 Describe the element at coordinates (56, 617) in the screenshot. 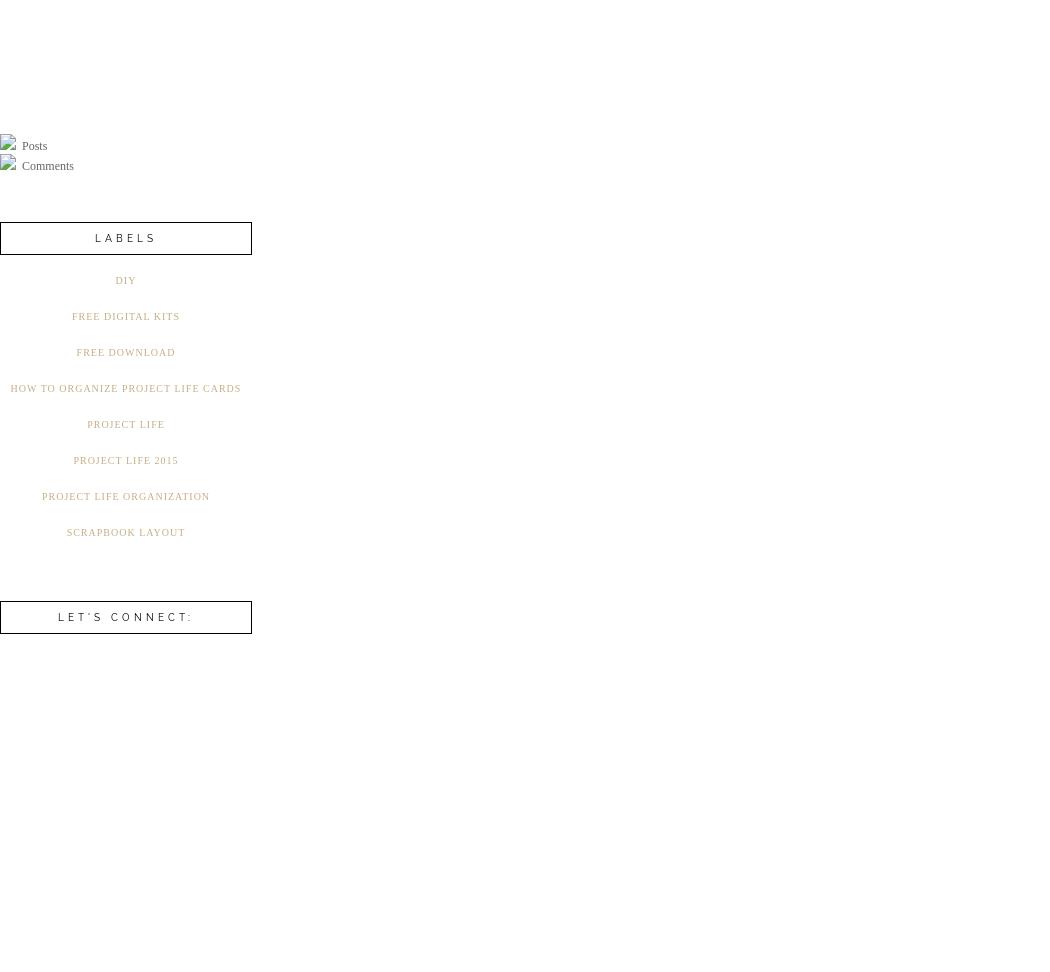

I see `'Let's connect:'` at that location.